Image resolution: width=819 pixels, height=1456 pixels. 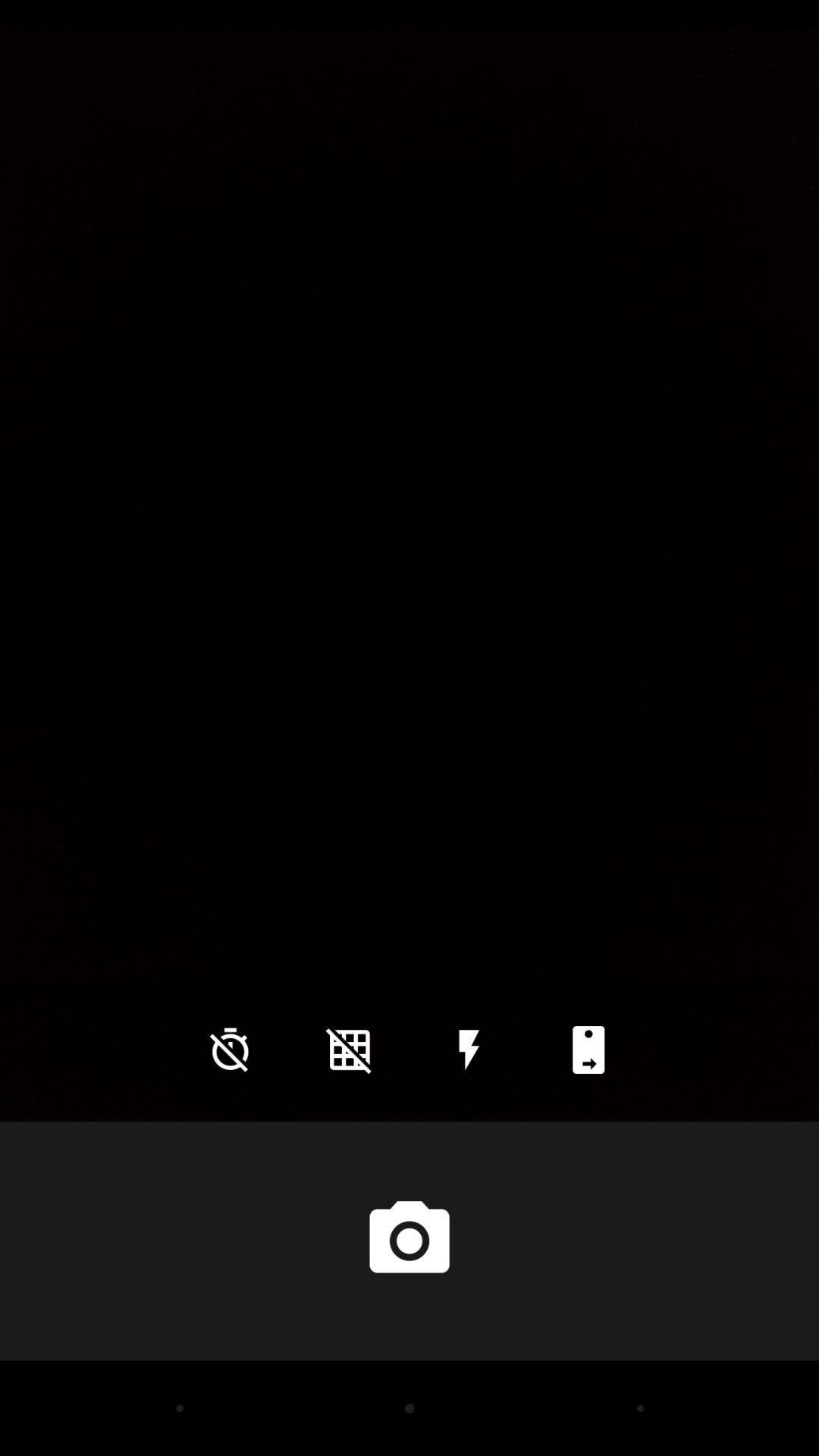 I want to click on the time icon, so click(x=230, y=1049).